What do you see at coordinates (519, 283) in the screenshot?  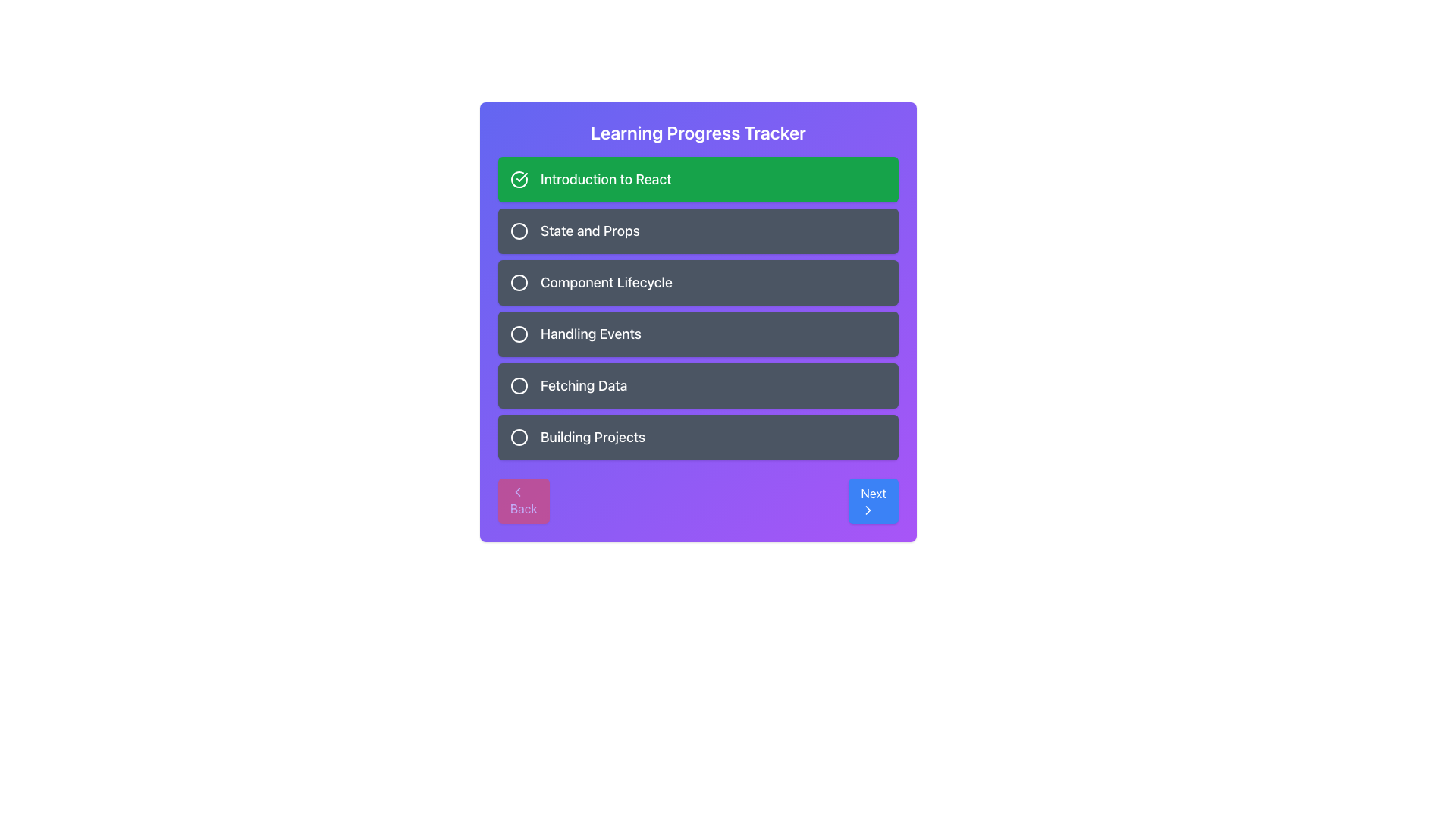 I see `the SVG Circle Icon located to the left of the text 'Component Lifecycle' in the third item of the vertically stacked list` at bounding box center [519, 283].